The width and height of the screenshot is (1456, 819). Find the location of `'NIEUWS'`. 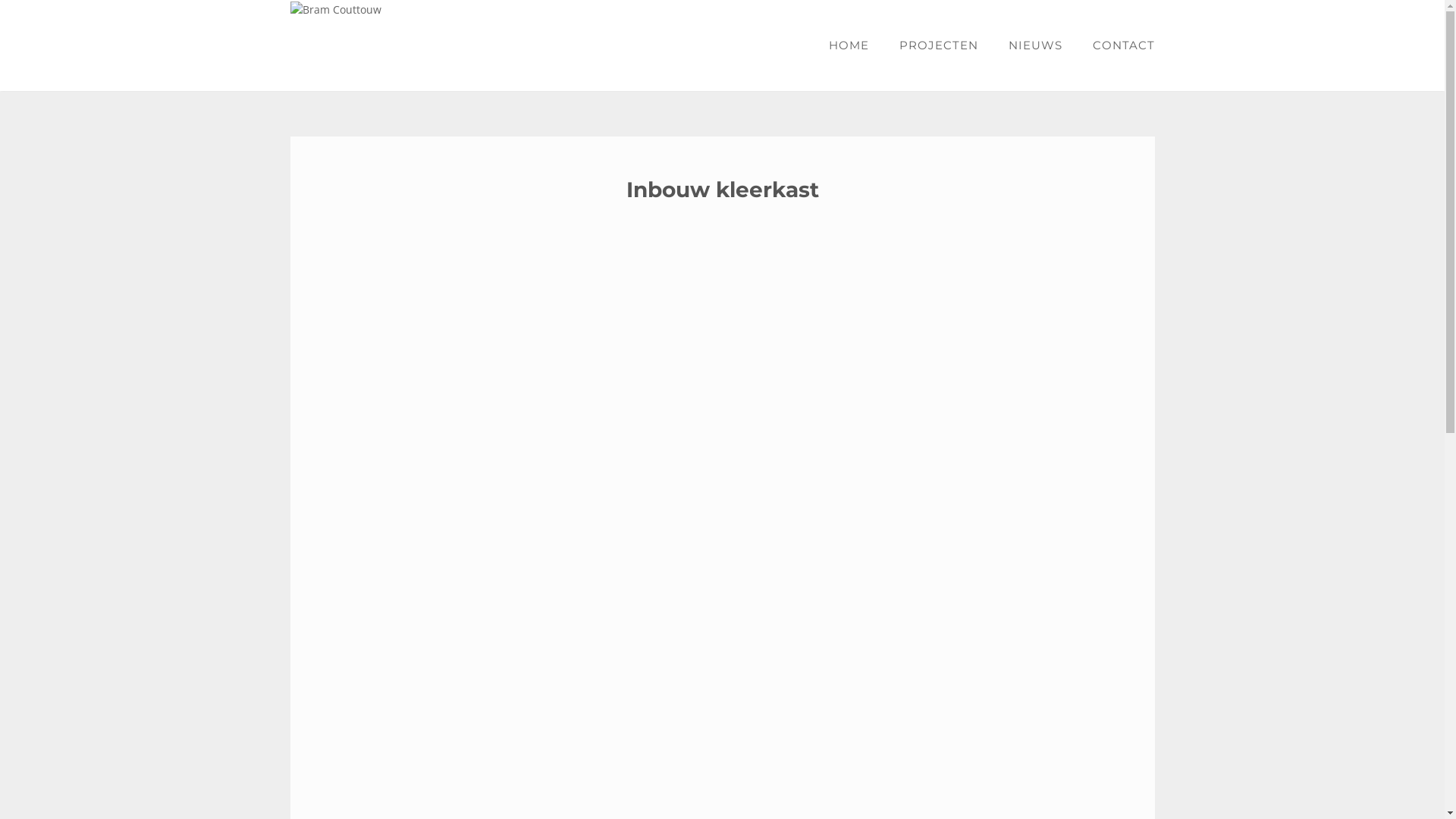

'NIEUWS' is located at coordinates (1034, 45).